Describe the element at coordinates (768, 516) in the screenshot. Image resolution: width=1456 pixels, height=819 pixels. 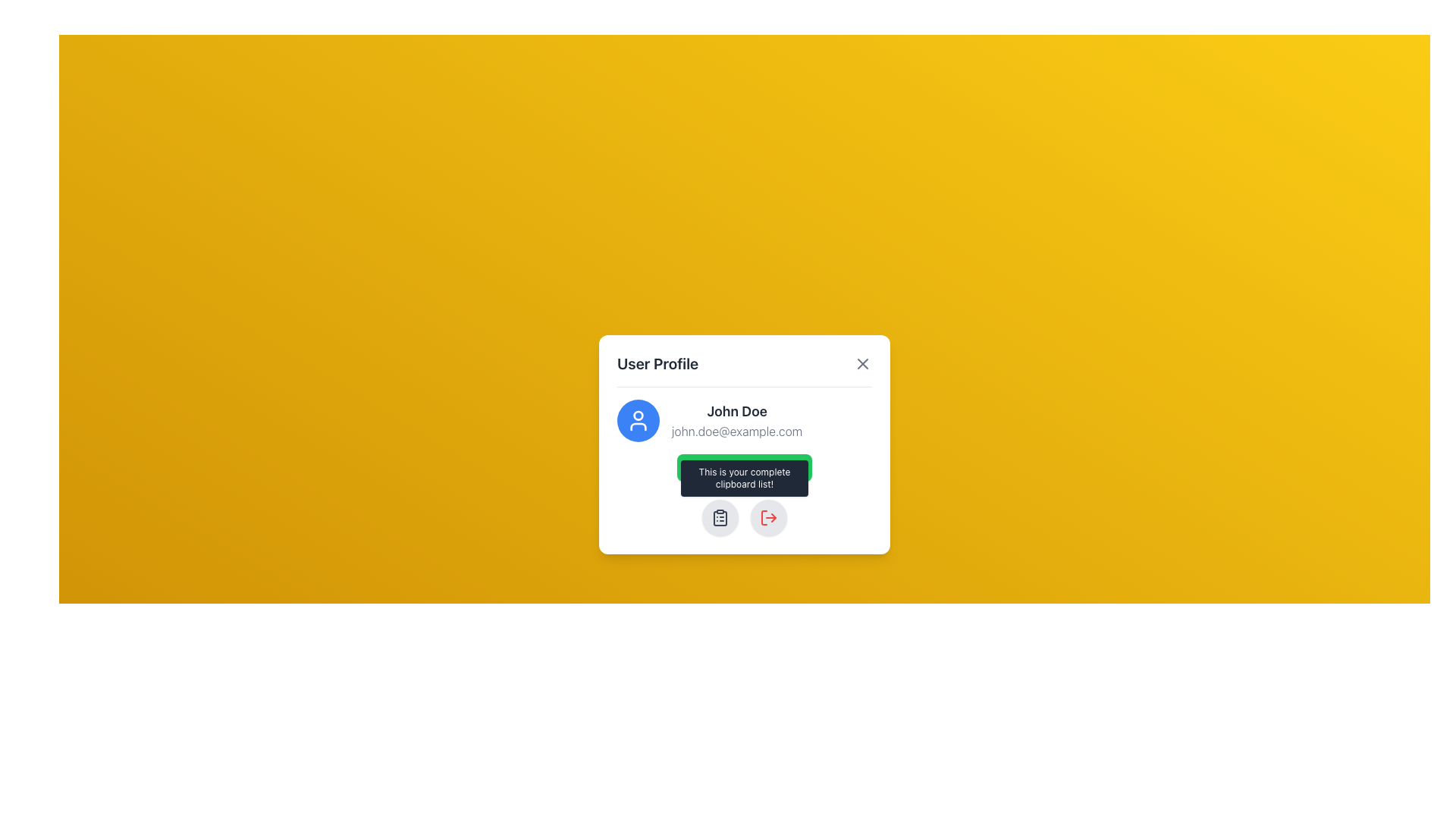
I see `the red arrow icon button located at the bottom-right corner of the modal dialog` at that location.